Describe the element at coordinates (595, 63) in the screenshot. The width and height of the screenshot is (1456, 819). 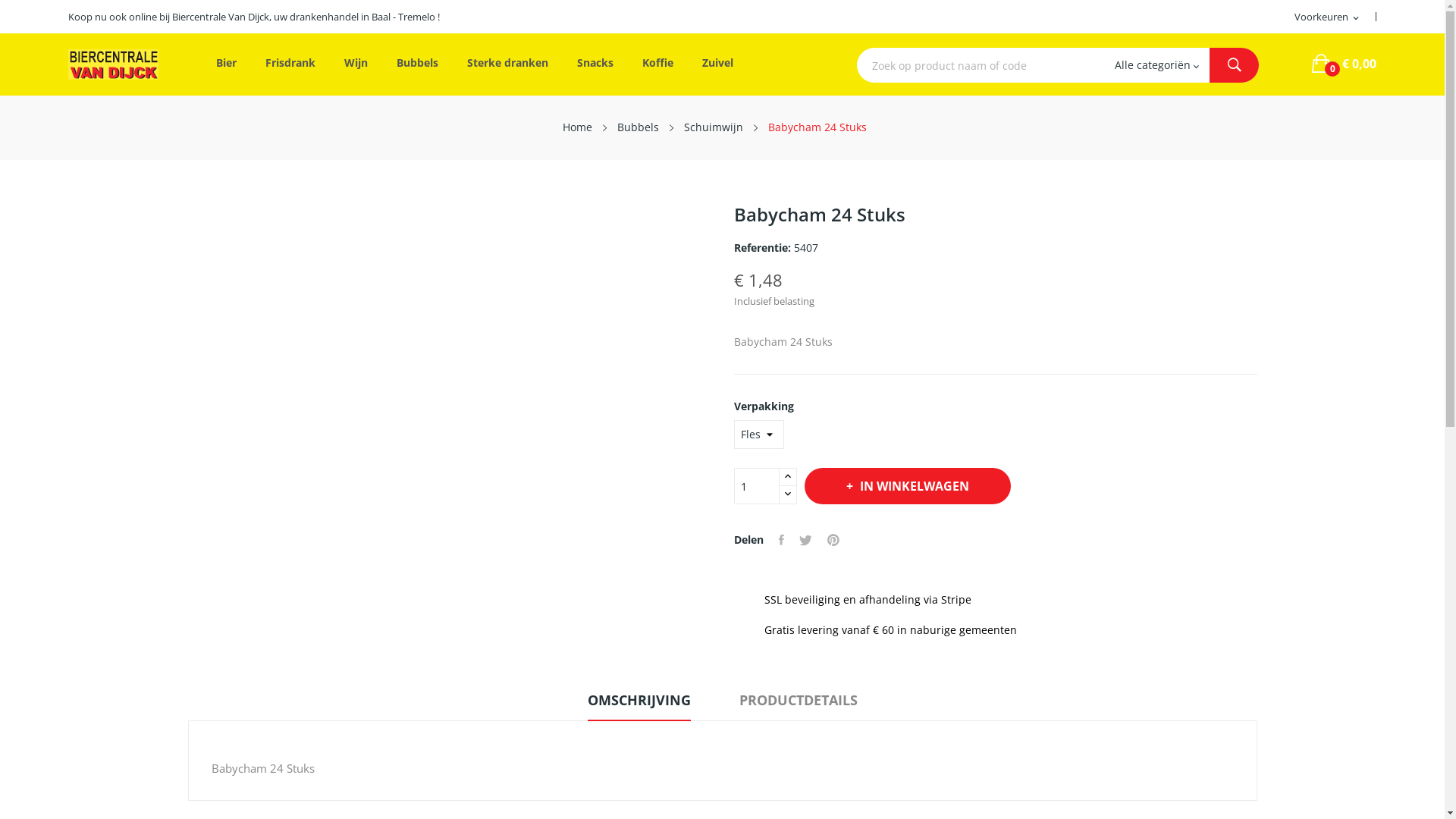
I see `'Snacks'` at that location.